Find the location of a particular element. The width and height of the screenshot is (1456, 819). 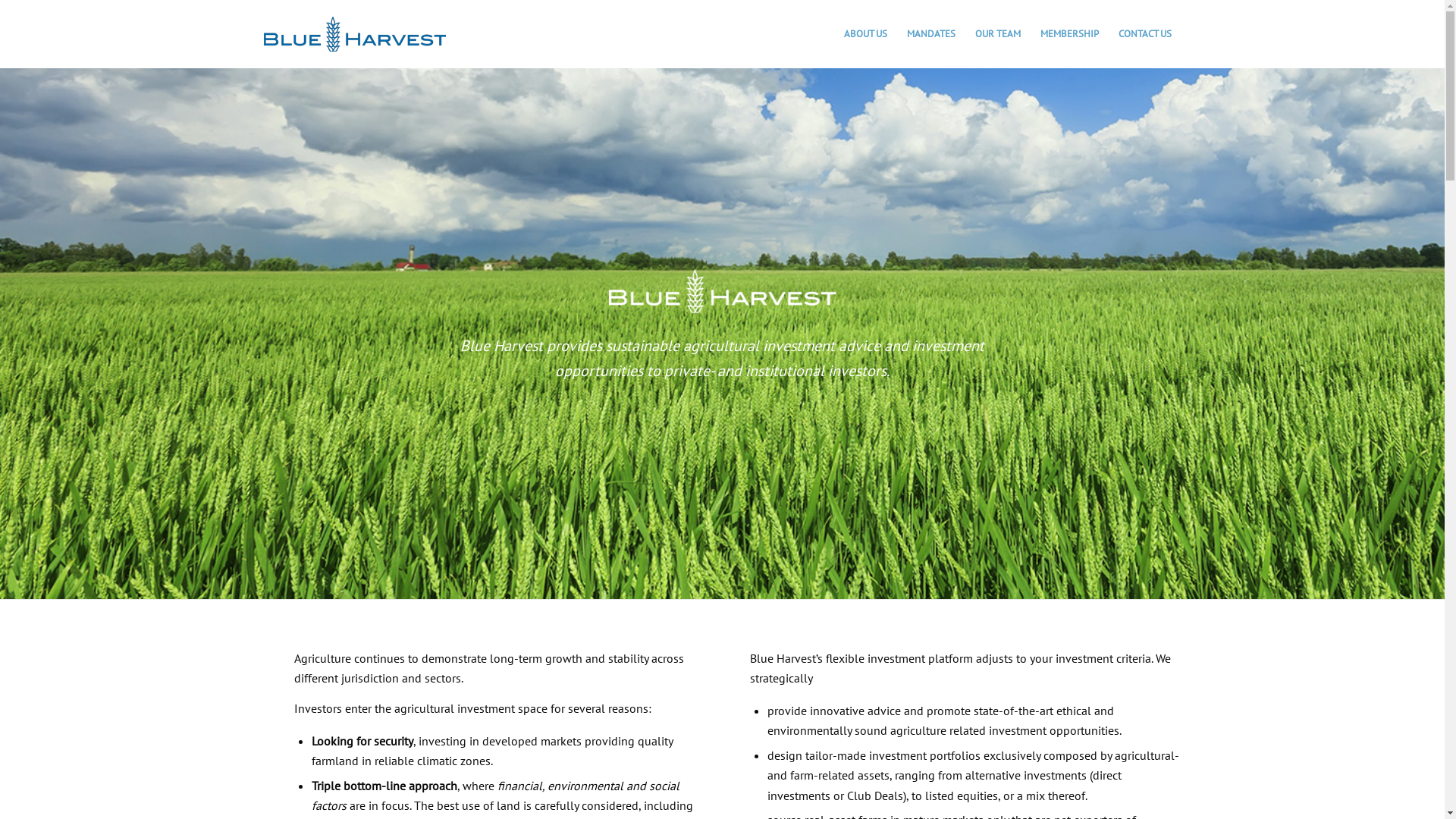

'ABOUT US' is located at coordinates (833, 34).